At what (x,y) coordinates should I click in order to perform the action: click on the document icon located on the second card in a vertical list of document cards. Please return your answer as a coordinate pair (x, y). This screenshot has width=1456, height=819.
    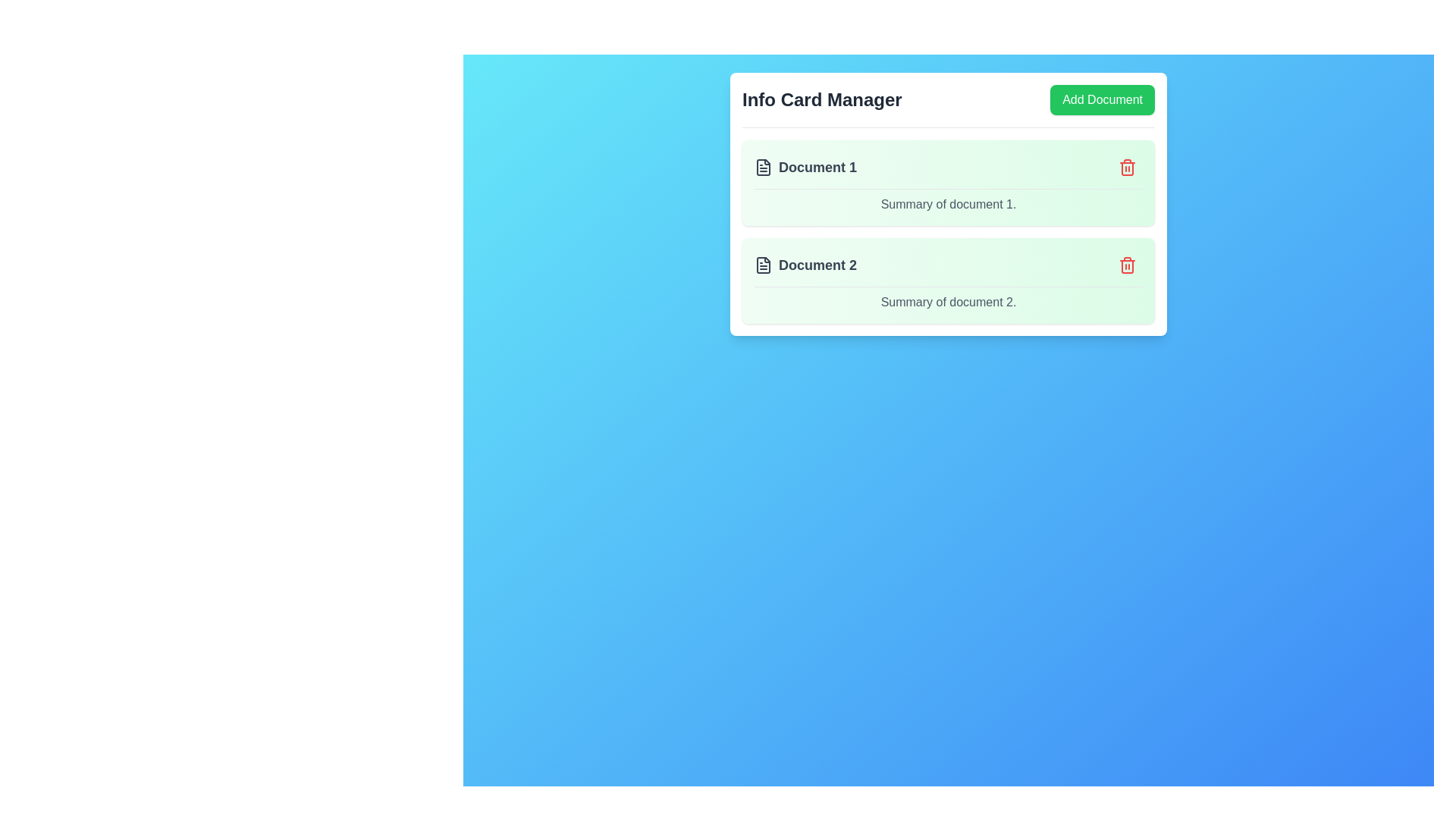
    Looking at the image, I should click on (764, 265).